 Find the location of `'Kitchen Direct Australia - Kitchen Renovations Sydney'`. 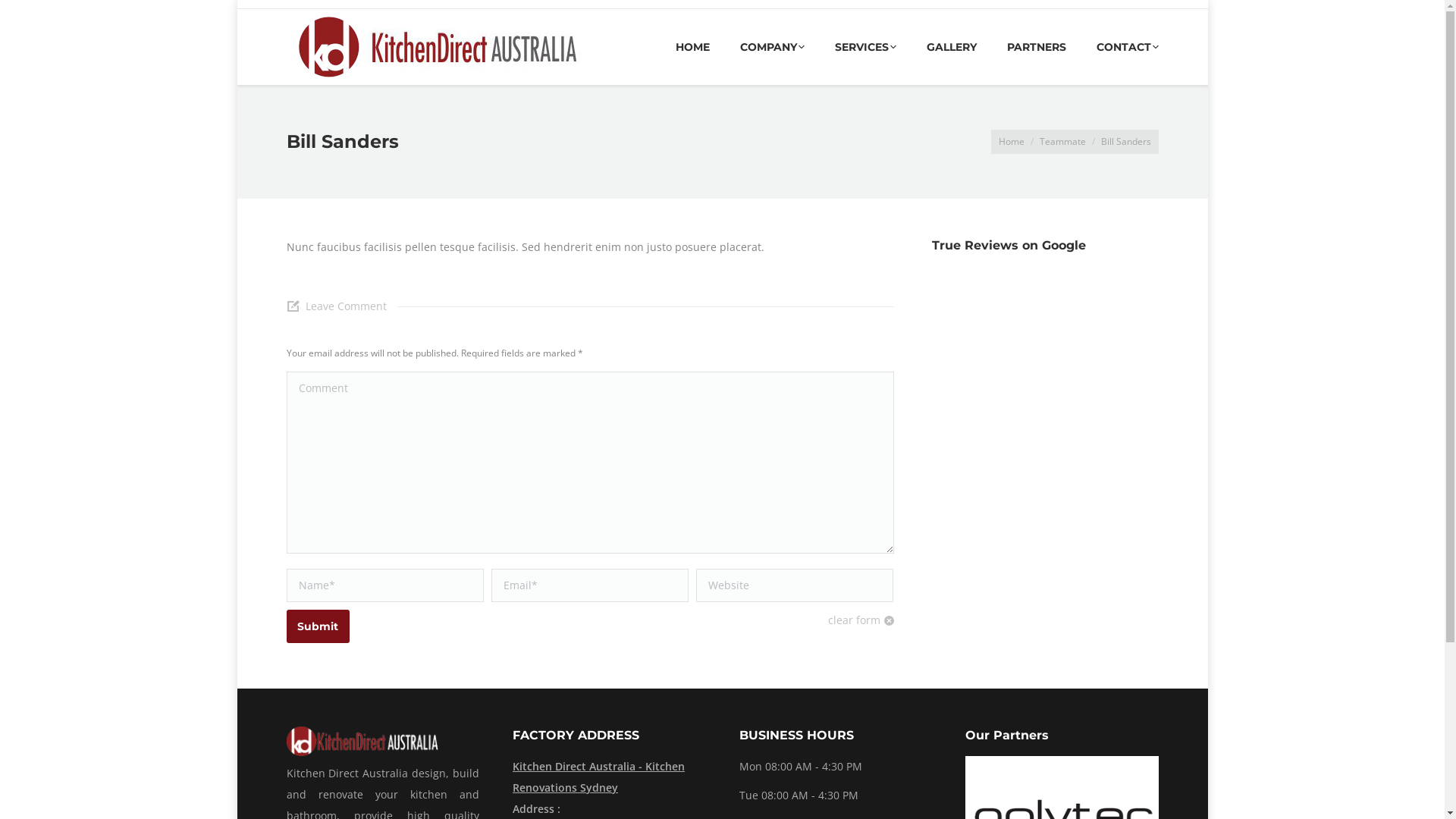

'Kitchen Direct Australia - Kitchen Renovations Sydney' is located at coordinates (609, 777).